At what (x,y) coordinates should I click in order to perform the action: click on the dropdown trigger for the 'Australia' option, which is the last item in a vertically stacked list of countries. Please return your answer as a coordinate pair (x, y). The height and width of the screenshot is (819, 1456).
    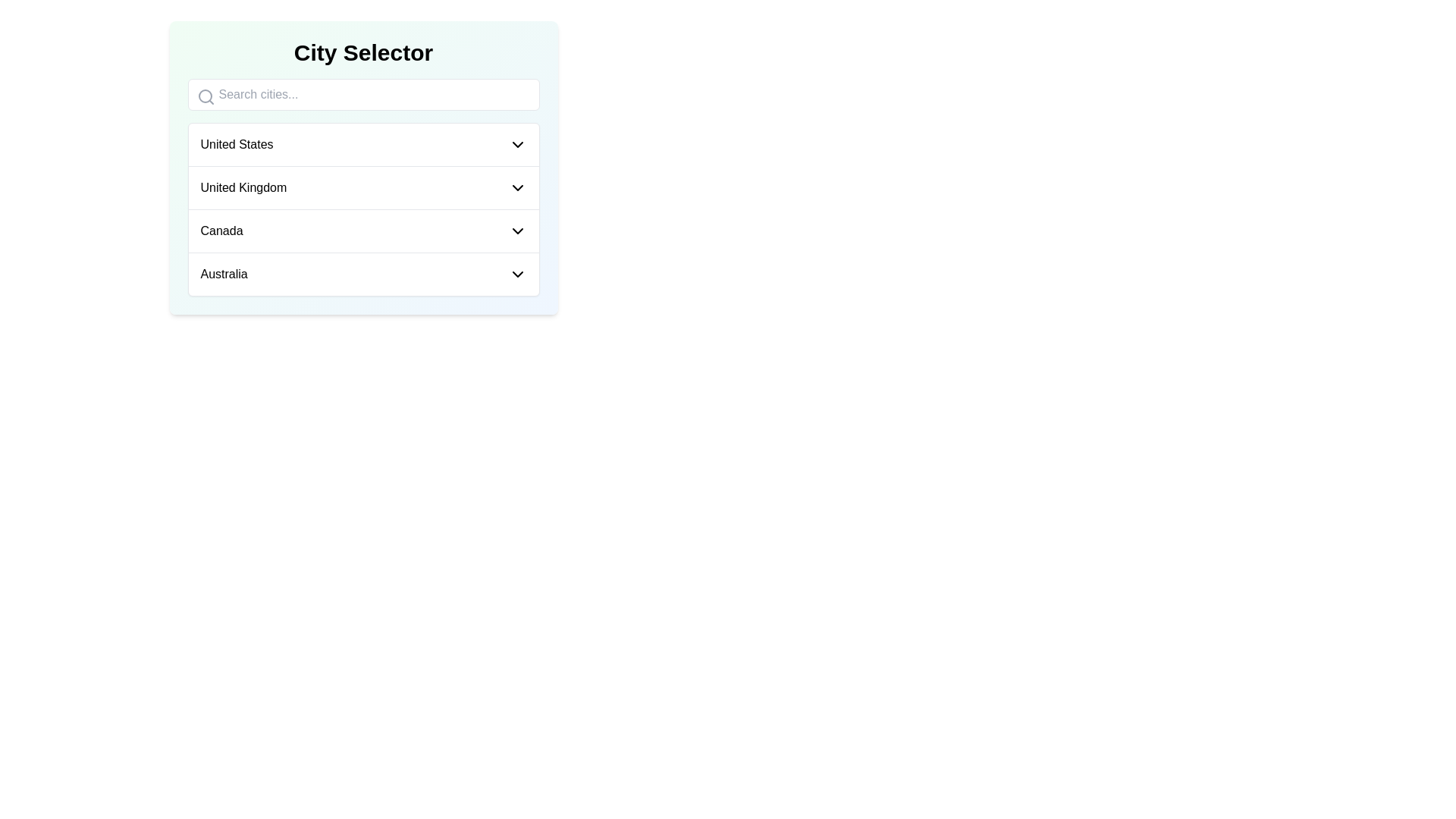
    Looking at the image, I should click on (362, 275).